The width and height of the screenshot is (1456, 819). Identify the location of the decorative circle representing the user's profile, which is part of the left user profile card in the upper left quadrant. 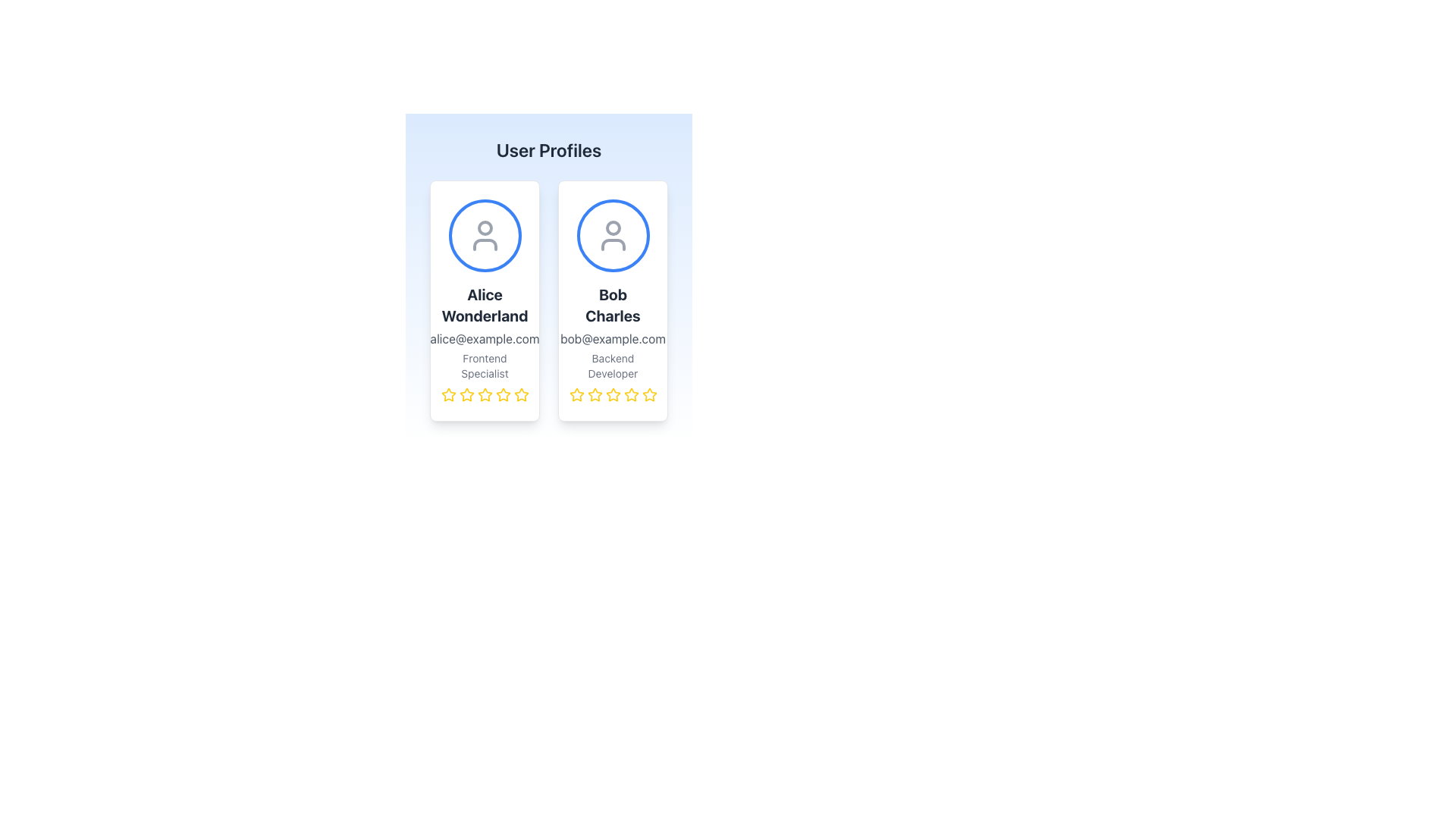
(484, 227).